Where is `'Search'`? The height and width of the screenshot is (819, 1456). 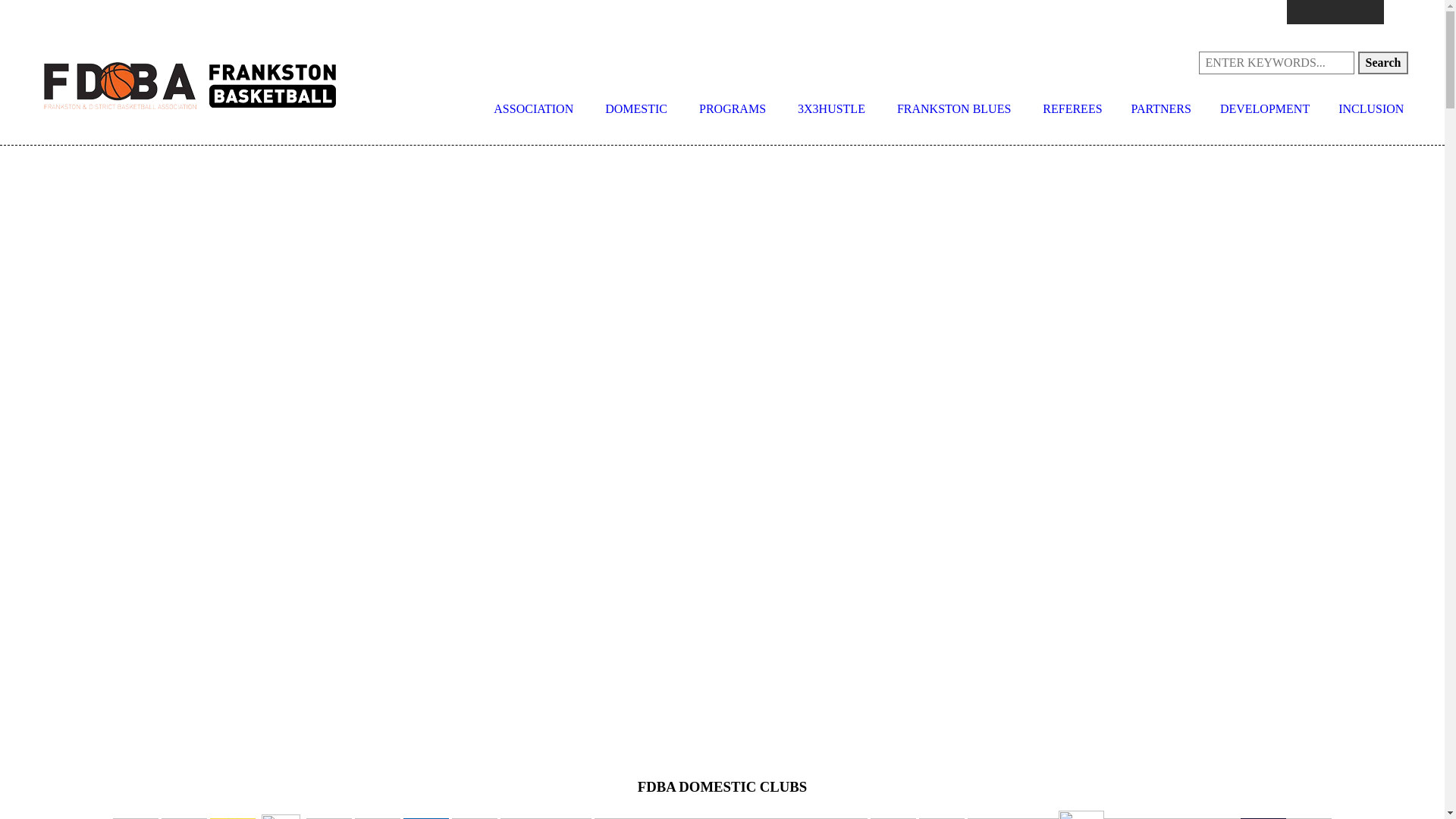
'Search' is located at coordinates (1357, 62).